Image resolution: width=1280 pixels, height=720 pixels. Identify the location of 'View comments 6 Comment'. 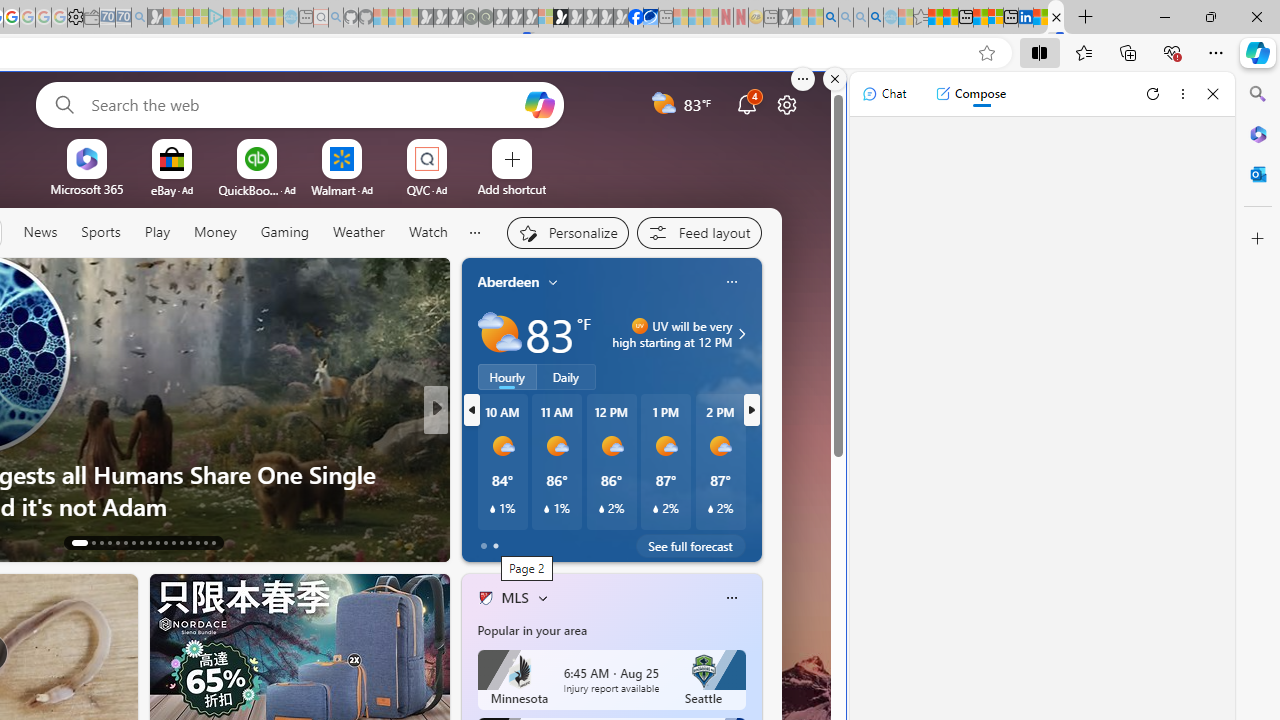
(573, 541).